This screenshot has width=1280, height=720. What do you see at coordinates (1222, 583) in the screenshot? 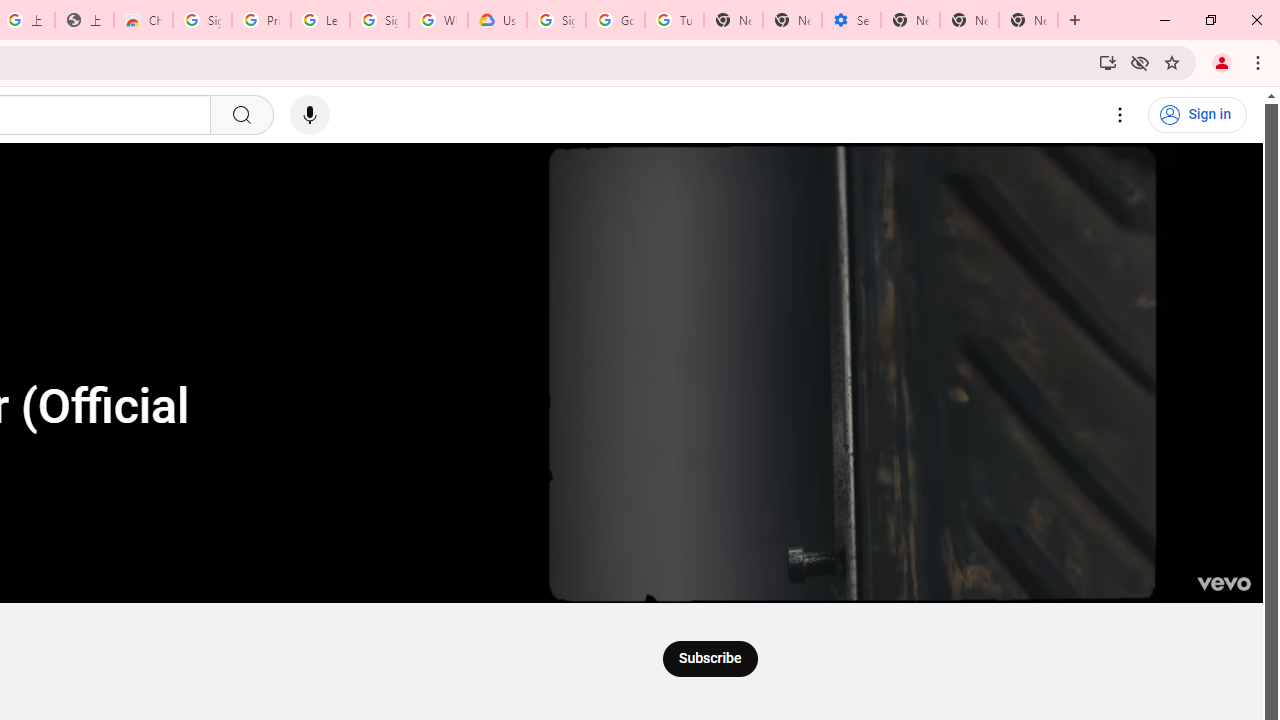
I see `'Channel watermark'` at bounding box center [1222, 583].